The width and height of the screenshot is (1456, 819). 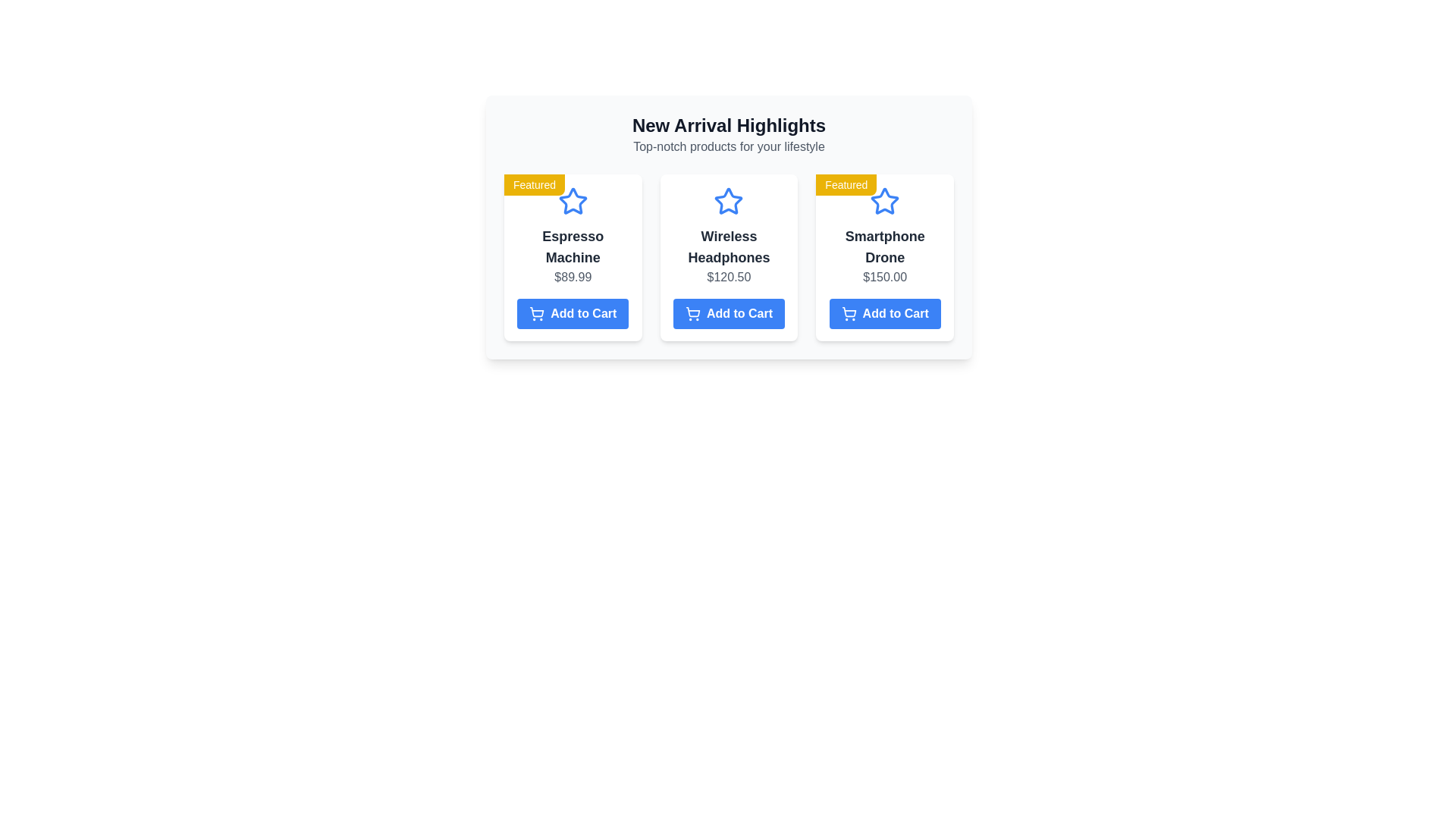 I want to click on the 'Add to Cart' icon located within the second button in the row of three products displayed in a grid format, so click(x=692, y=312).